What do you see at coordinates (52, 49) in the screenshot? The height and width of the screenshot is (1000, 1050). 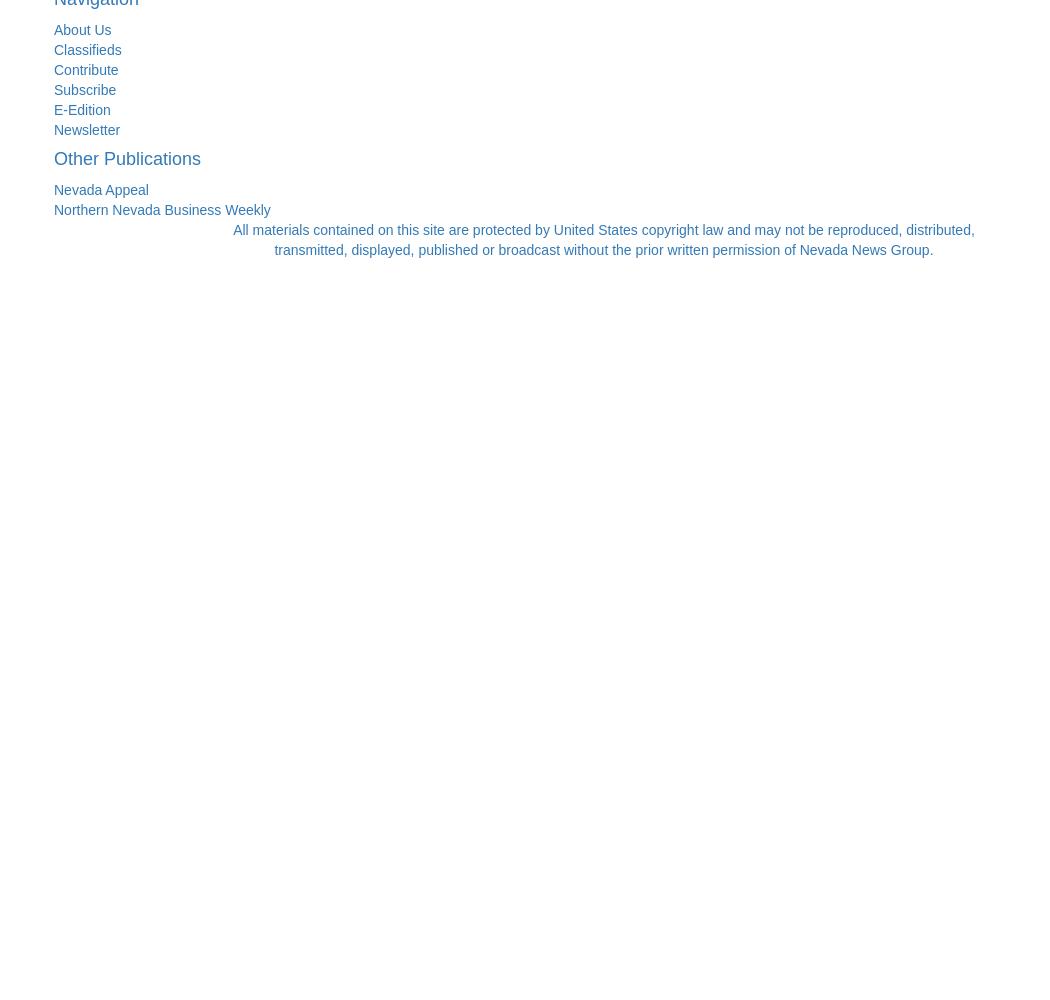 I see `'Classifieds'` at bounding box center [52, 49].